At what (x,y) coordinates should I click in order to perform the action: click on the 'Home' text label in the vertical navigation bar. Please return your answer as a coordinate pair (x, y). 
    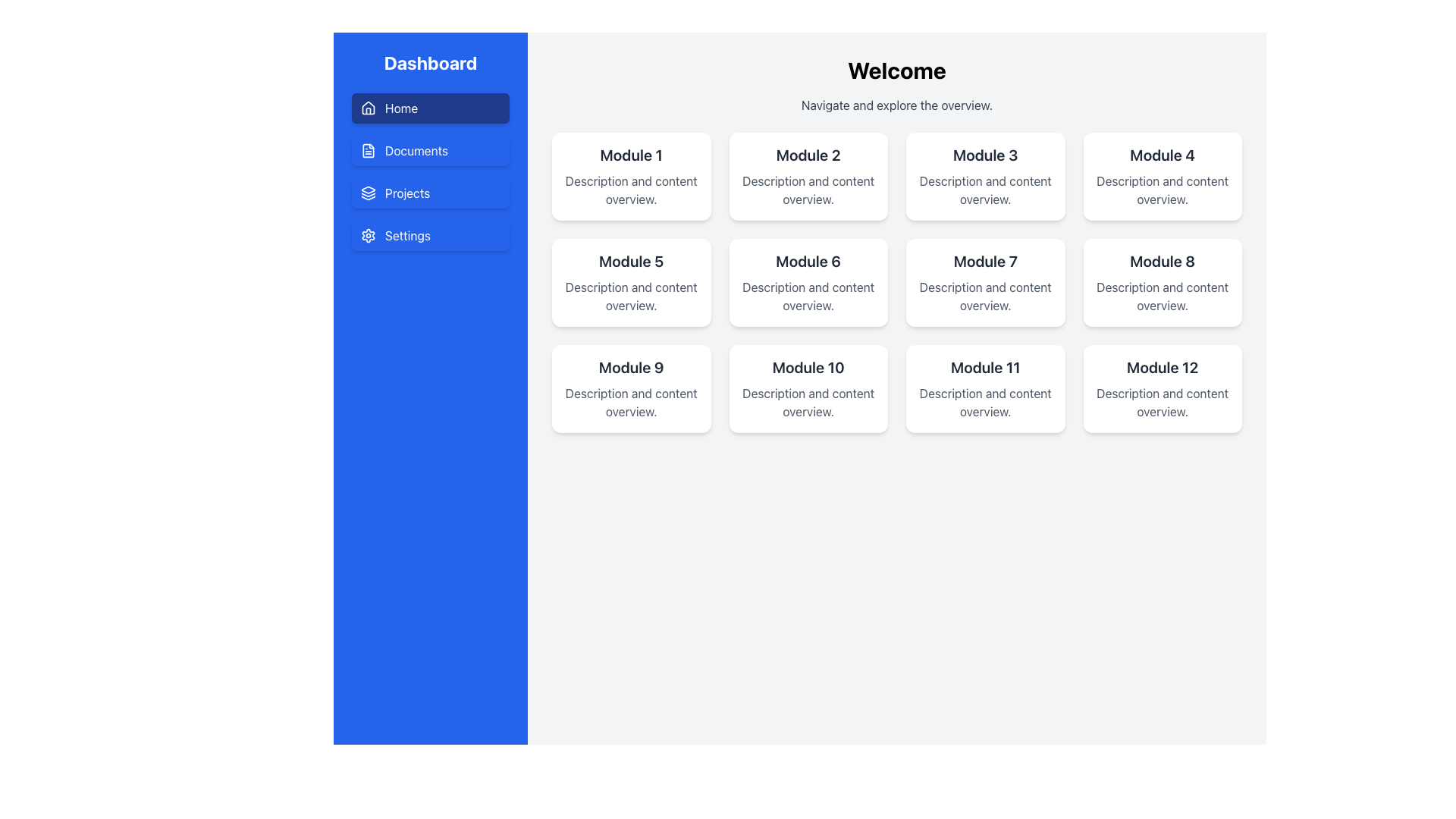
    Looking at the image, I should click on (401, 107).